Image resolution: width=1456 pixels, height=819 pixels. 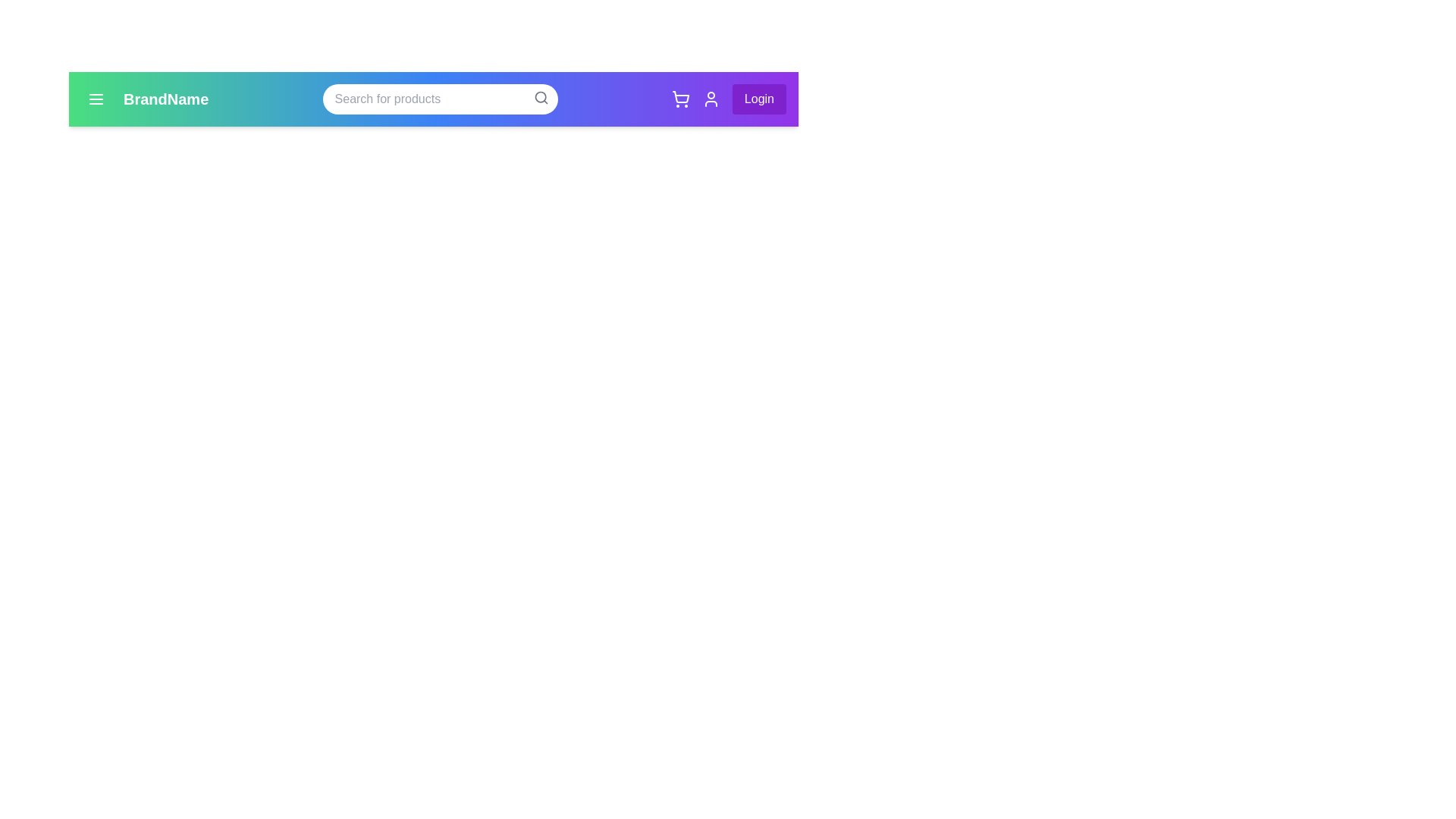 I want to click on the user profile icon, so click(x=710, y=99).